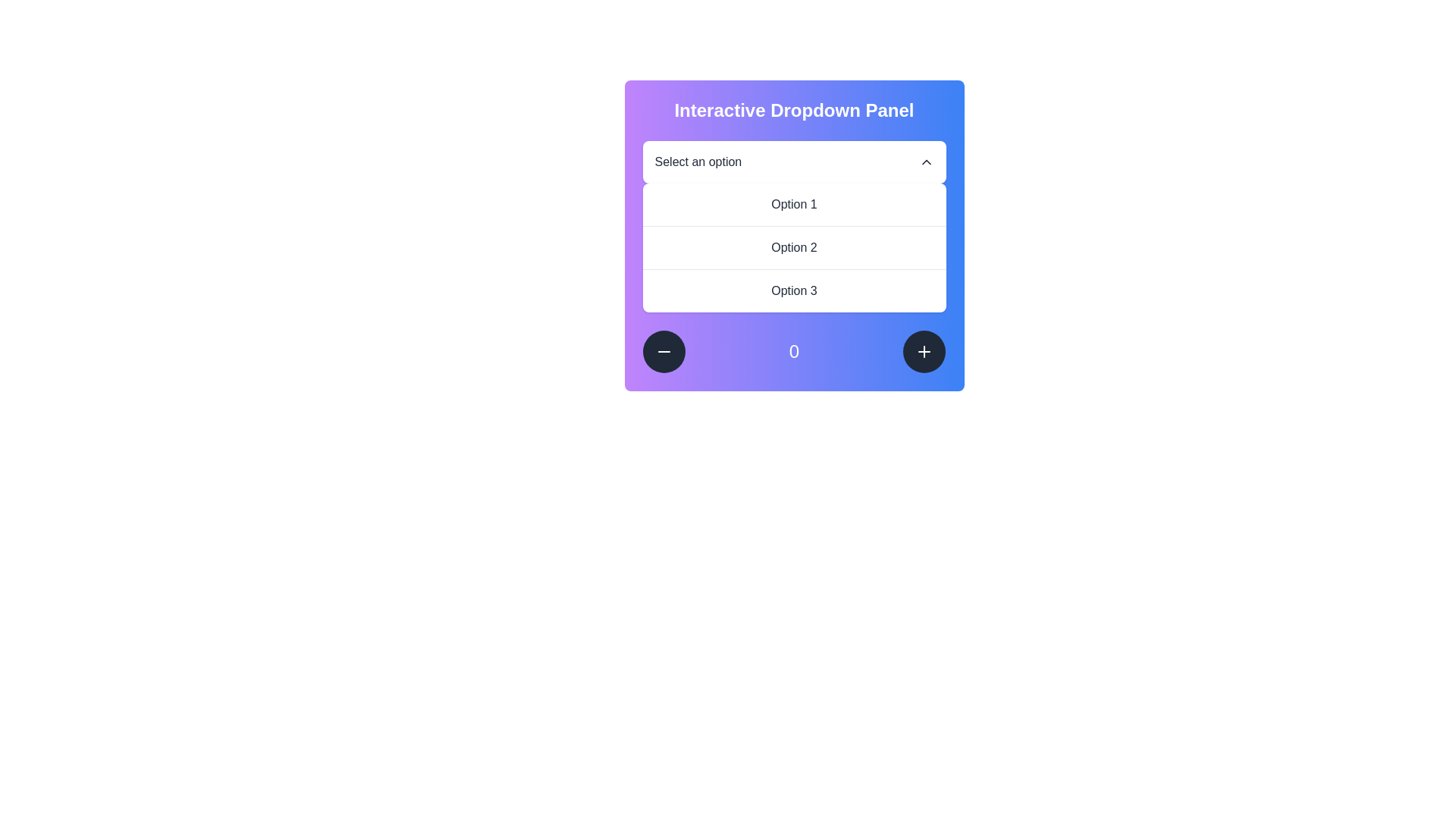  I want to click on the circular dark button with a white horizontal line resembling a minus sign, located in the bottom-left corner of the interface, so click(664, 351).